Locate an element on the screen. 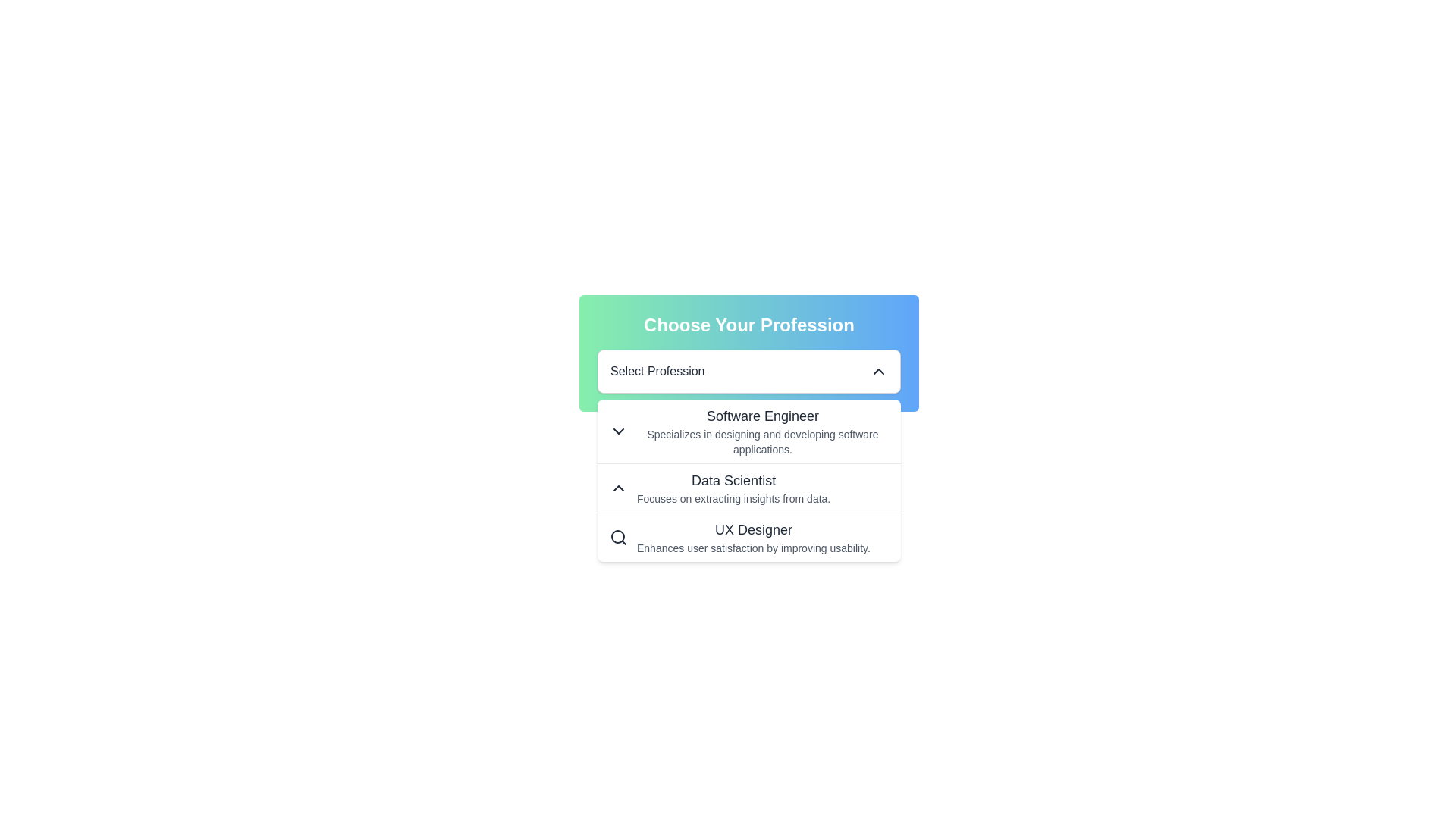 Image resolution: width=1456 pixels, height=819 pixels. the upward chevron icon located at the far-right side of the 'Select Profession' dropdown is located at coordinates (878, 371).